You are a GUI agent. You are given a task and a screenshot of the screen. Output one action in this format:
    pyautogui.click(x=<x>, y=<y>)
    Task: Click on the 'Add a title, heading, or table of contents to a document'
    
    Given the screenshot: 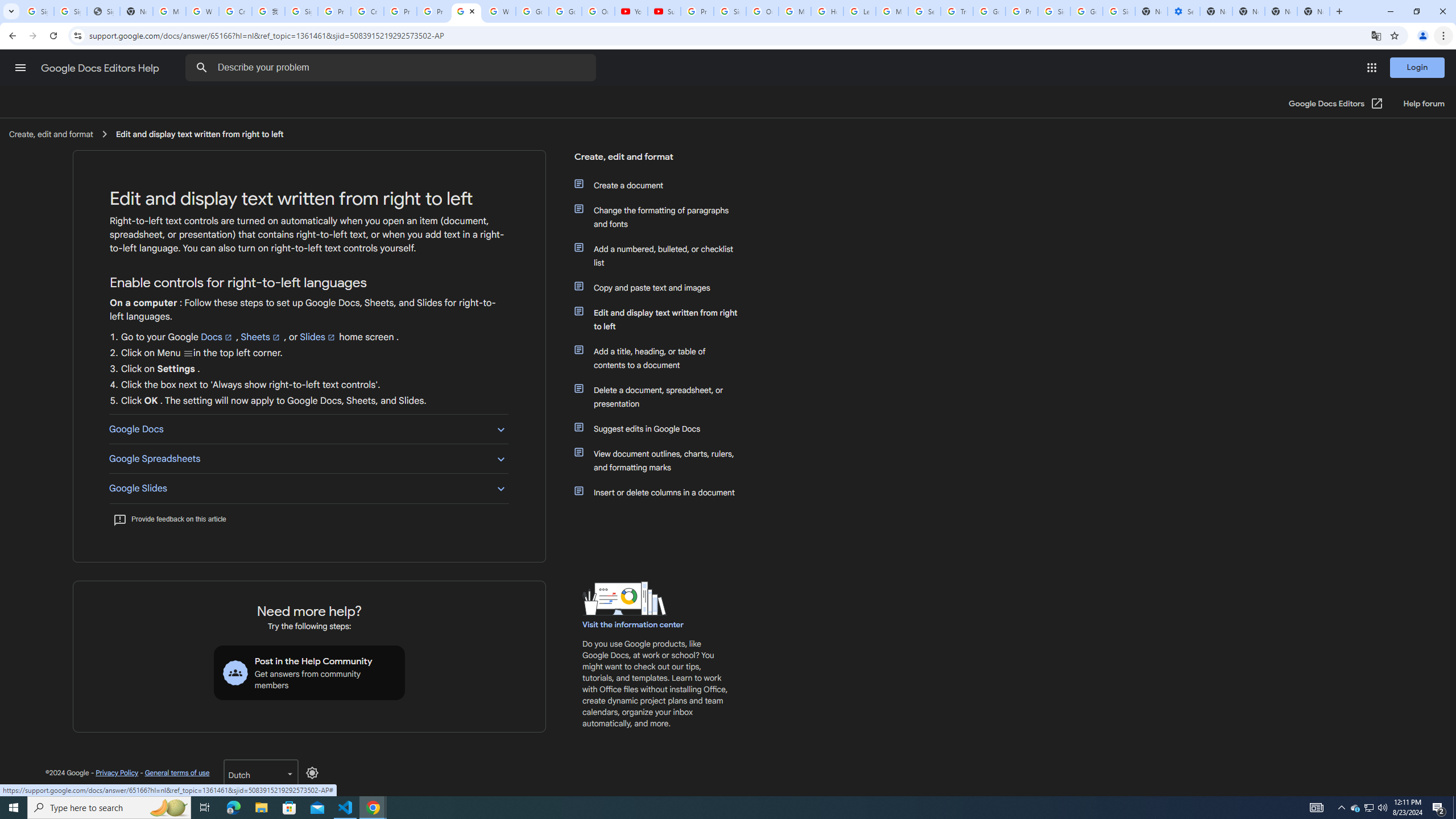 What is the action you would take?
    pyautogui.click(x=661, y=358)
    